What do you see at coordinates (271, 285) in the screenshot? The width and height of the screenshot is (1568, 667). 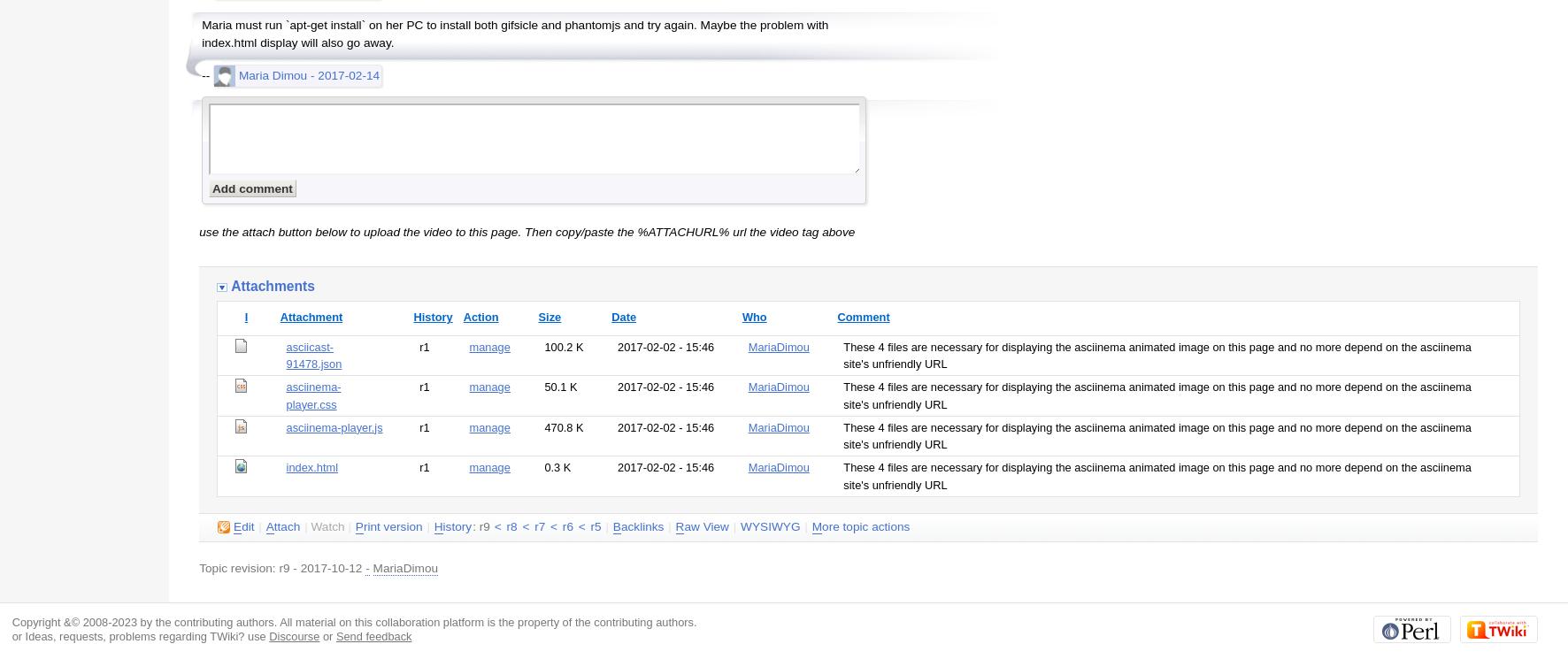 I see `'Attachments'` at bounding box center [271, 285].